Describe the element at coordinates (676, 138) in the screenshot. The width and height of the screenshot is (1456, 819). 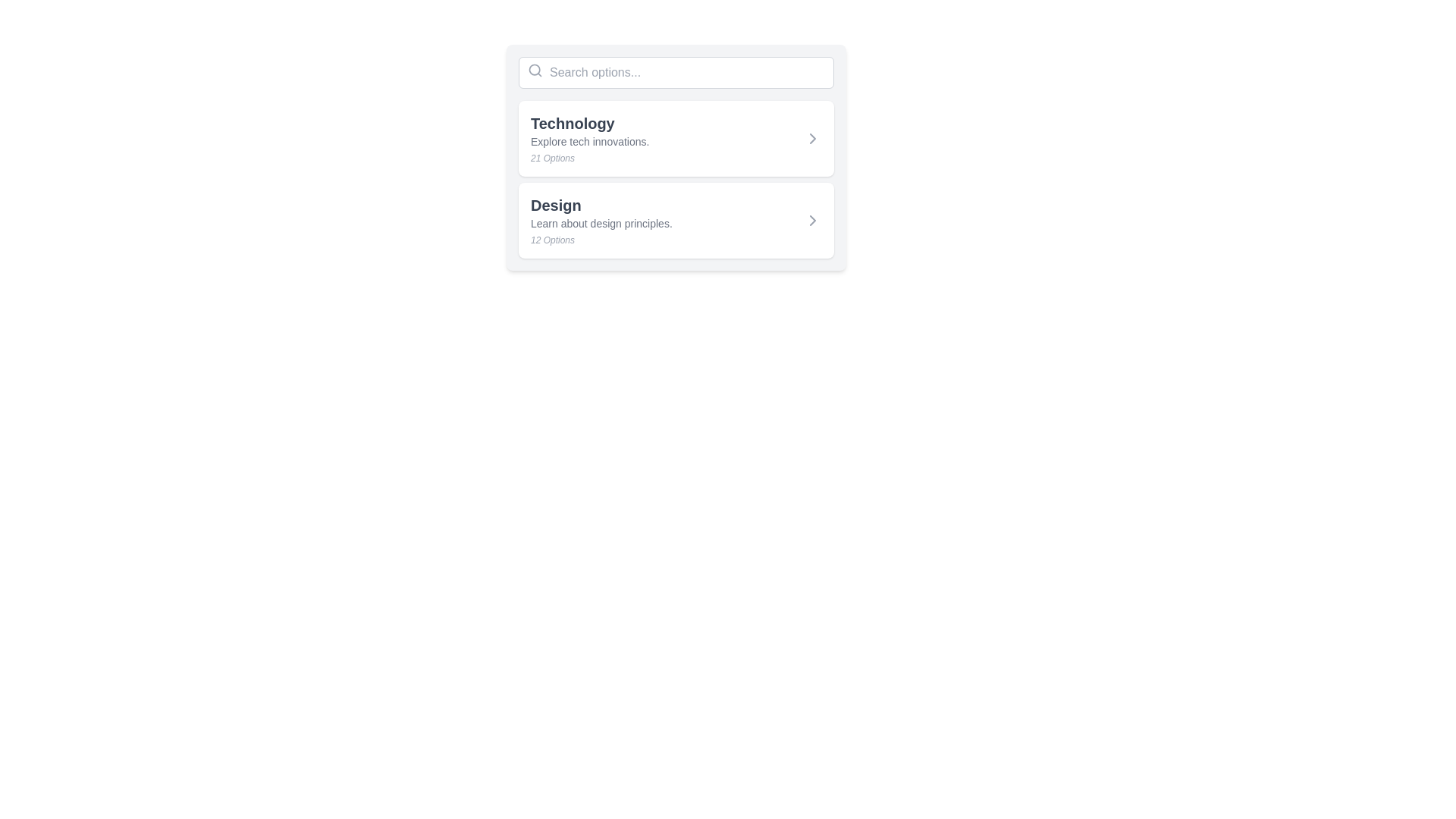
I see `the first Interactive List Item in the card-like structure` at that location.